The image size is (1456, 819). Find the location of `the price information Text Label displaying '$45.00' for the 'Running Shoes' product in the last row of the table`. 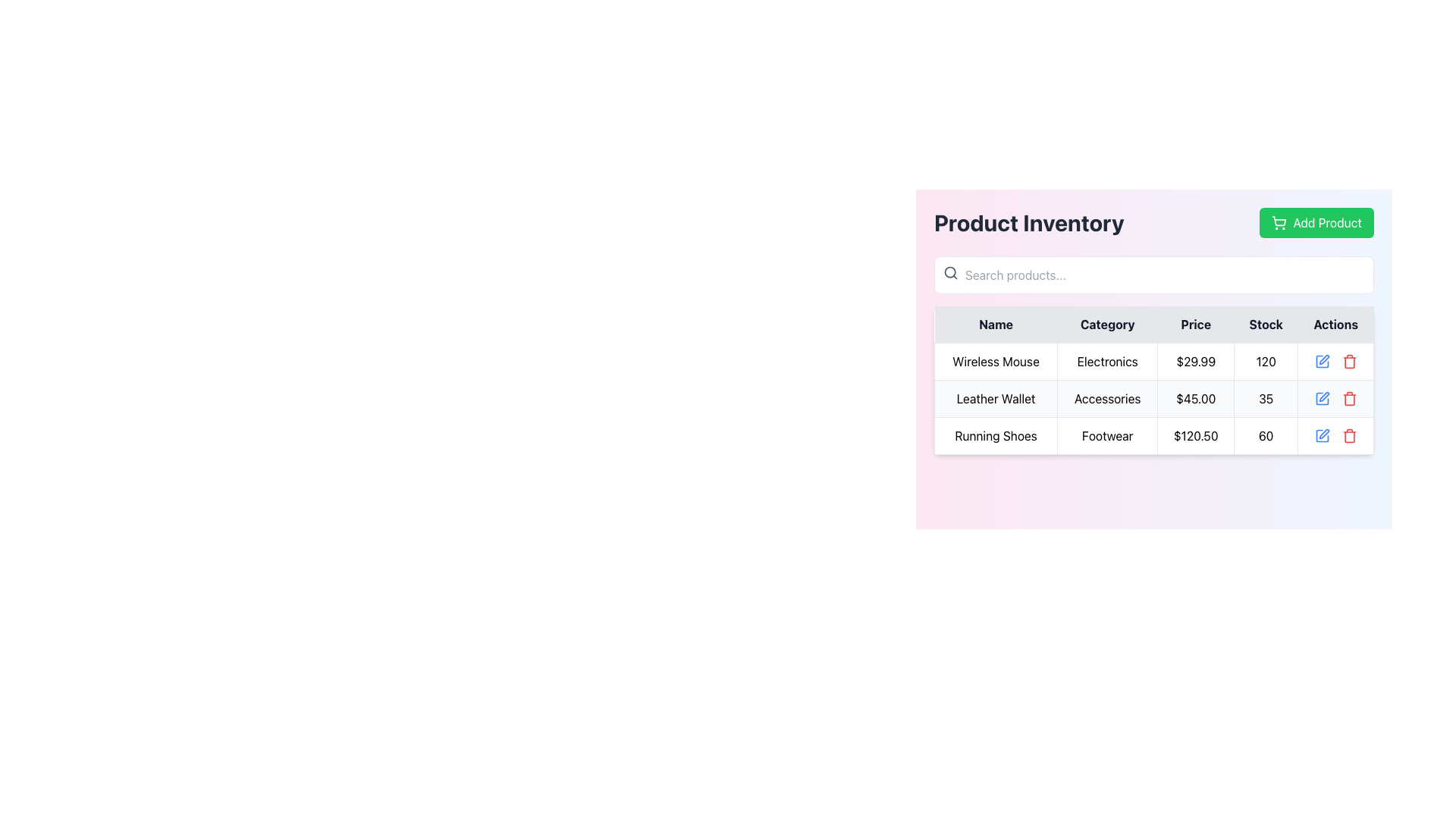

the price information Text Label displaying '$45.00' for the 'Running Shoes' product in the last row of the table is located at coordinates (1195, 435).